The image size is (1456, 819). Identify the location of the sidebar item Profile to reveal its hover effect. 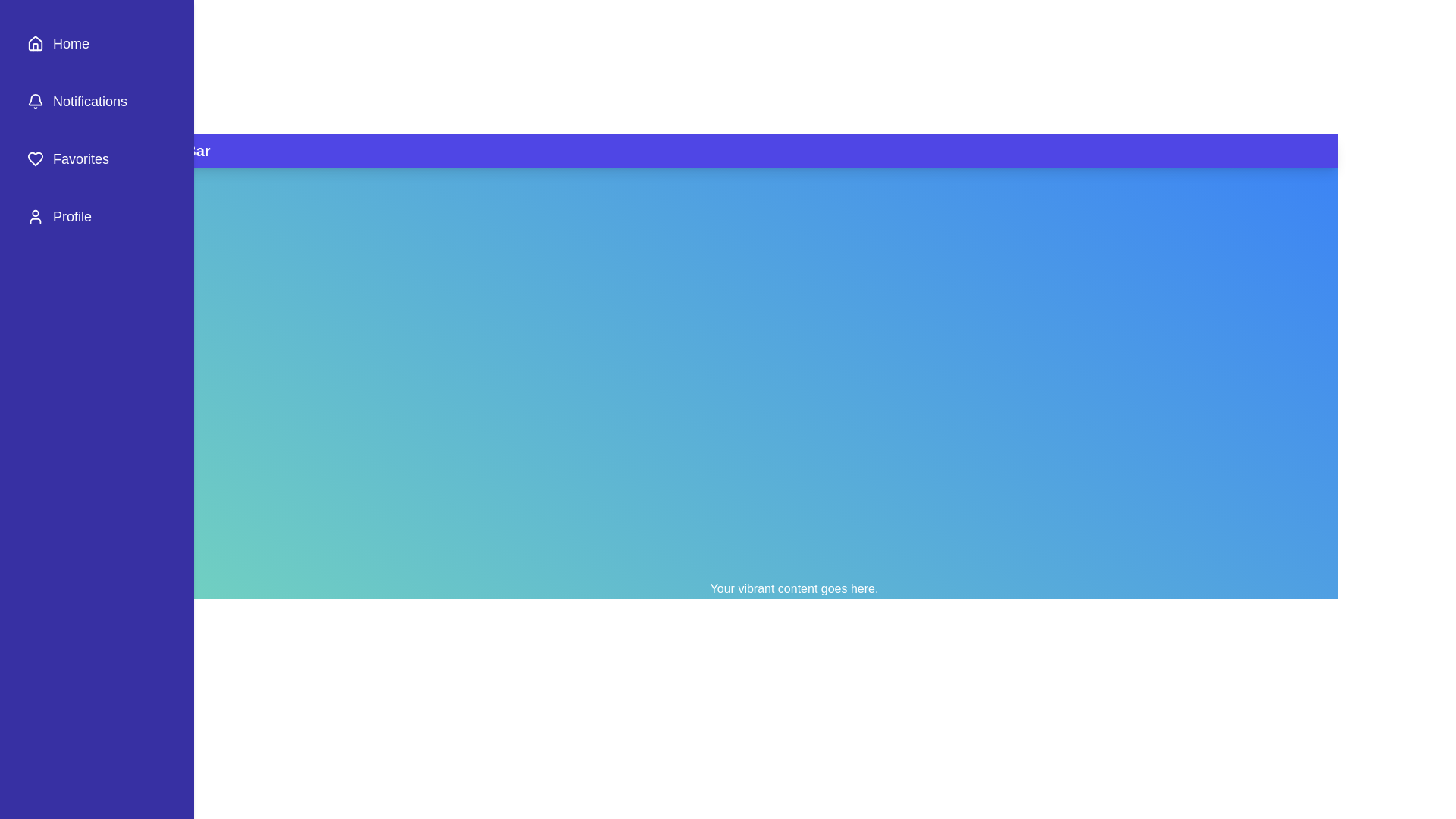
(96, 216).